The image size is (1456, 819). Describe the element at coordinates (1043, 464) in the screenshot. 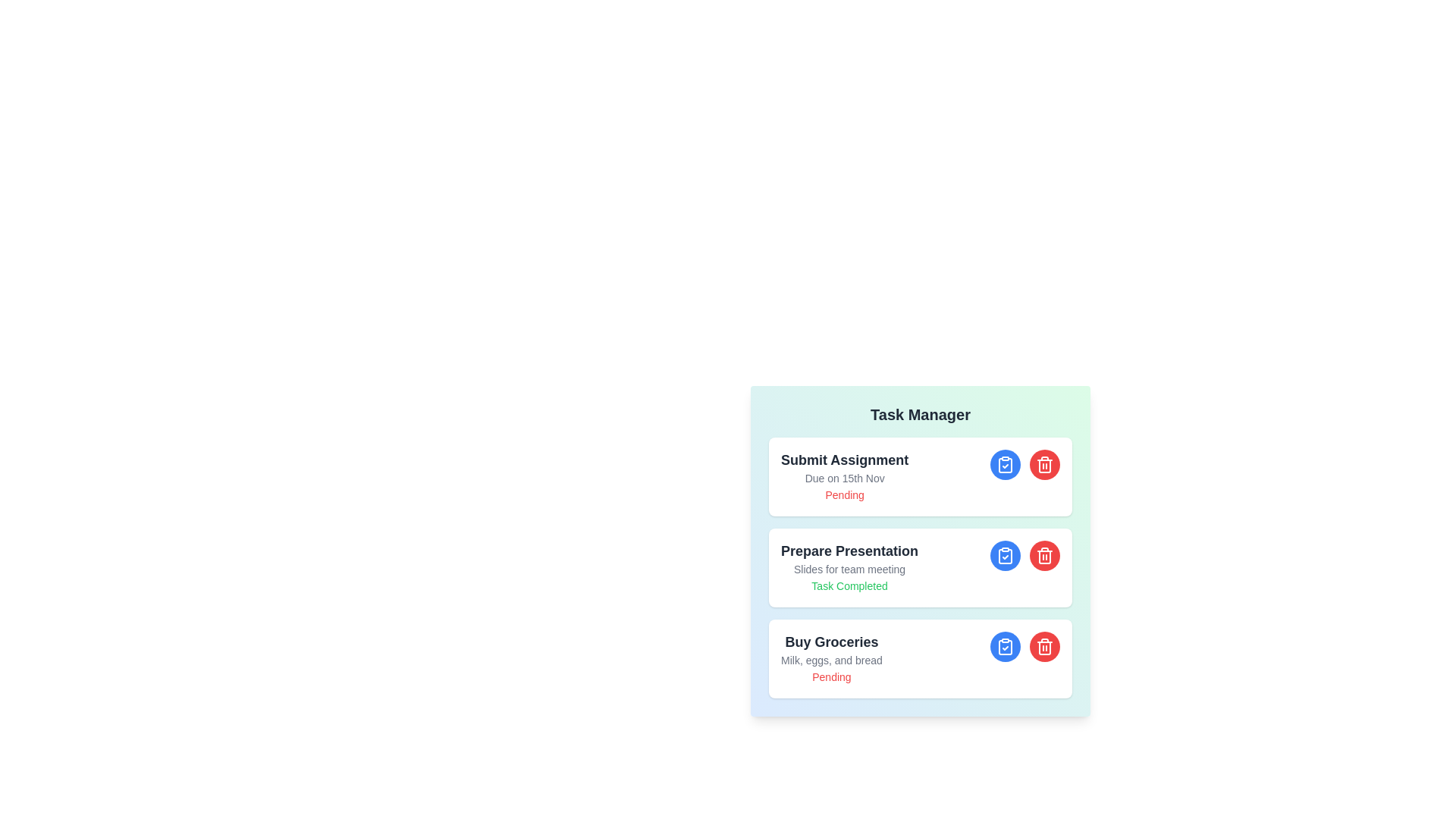

I see `delete button for the task titled Submit Assignment` at that location.